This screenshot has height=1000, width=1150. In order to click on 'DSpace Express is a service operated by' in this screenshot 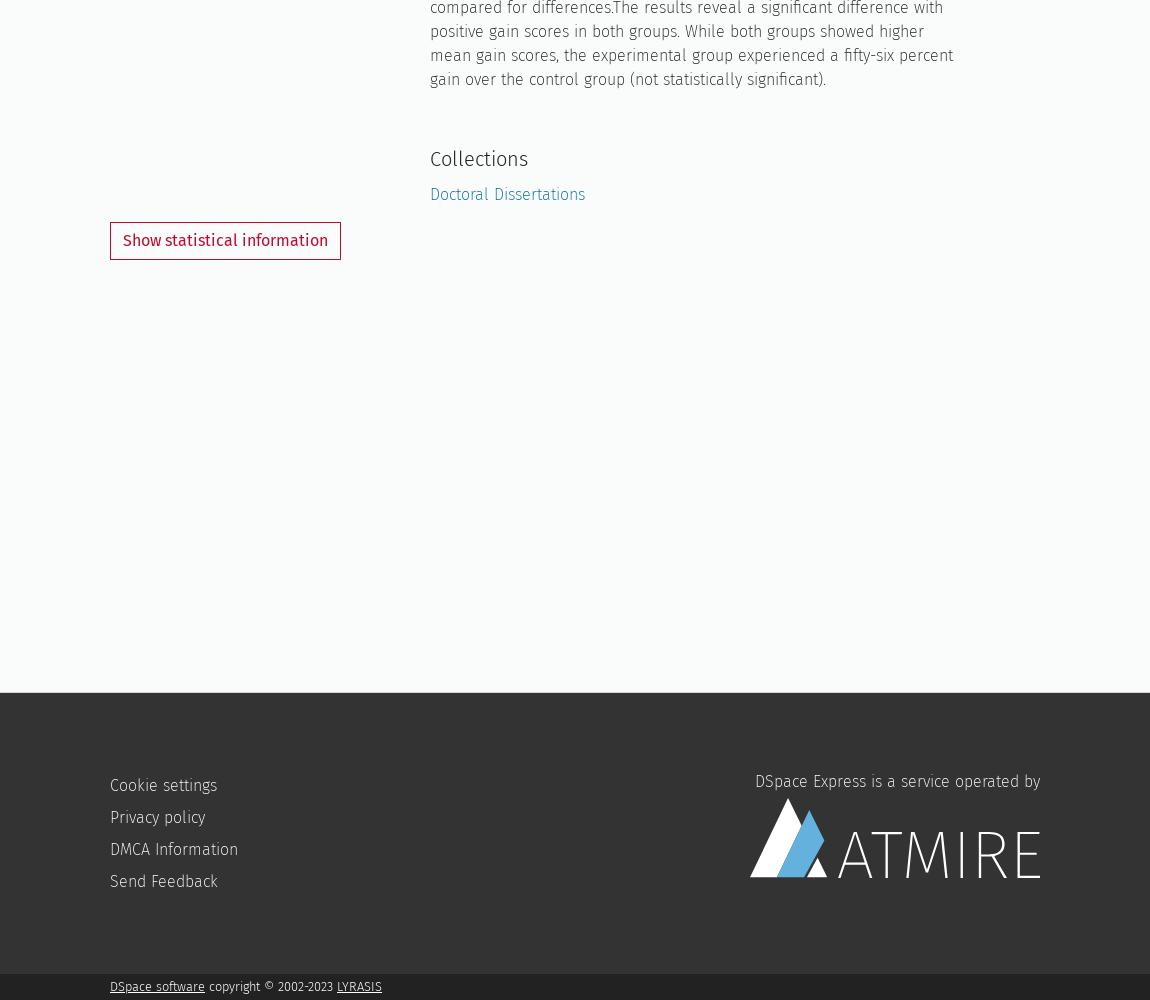, I will do `click(896, 780)`.